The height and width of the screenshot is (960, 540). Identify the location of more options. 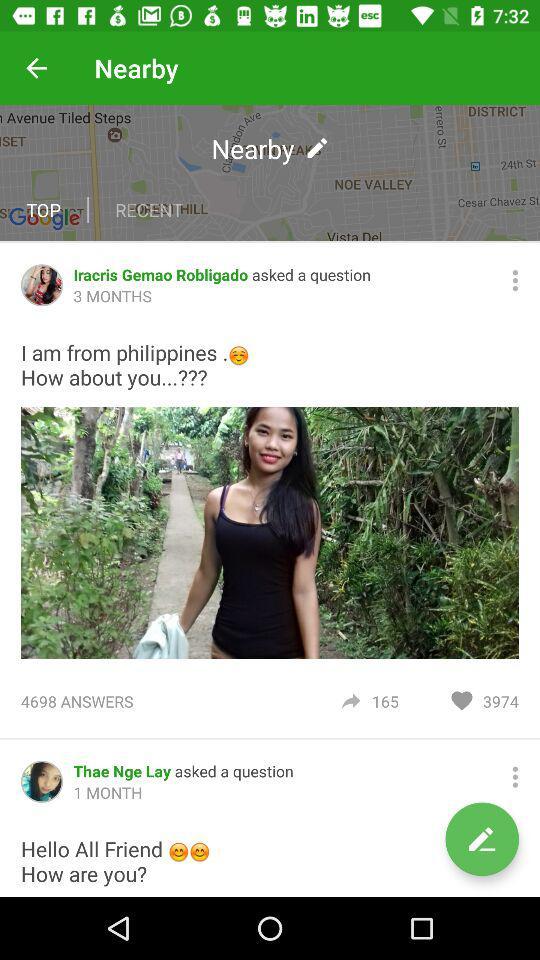
(515, 776).